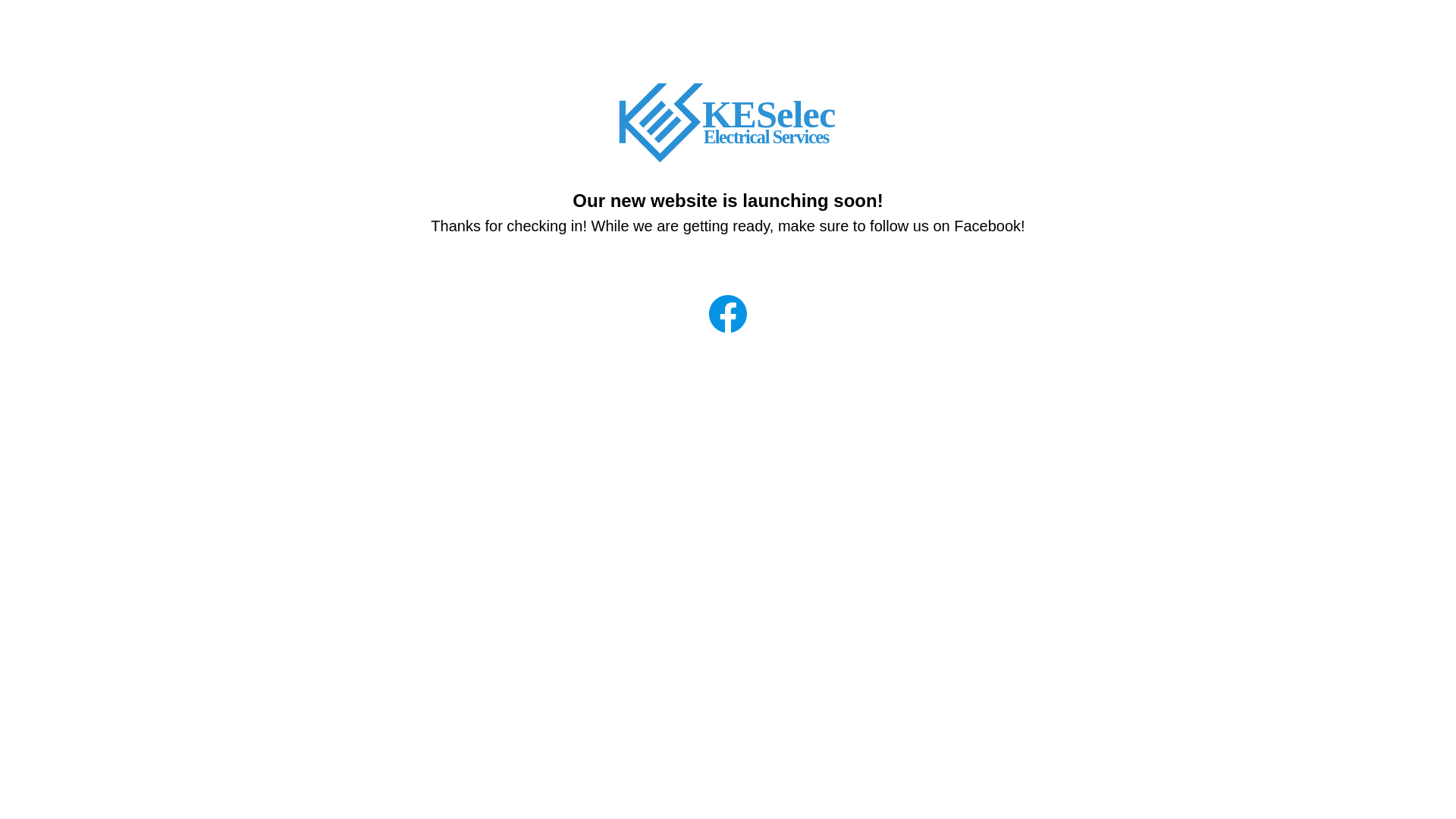  I want to click on 'Facebook', so click(728, 312).